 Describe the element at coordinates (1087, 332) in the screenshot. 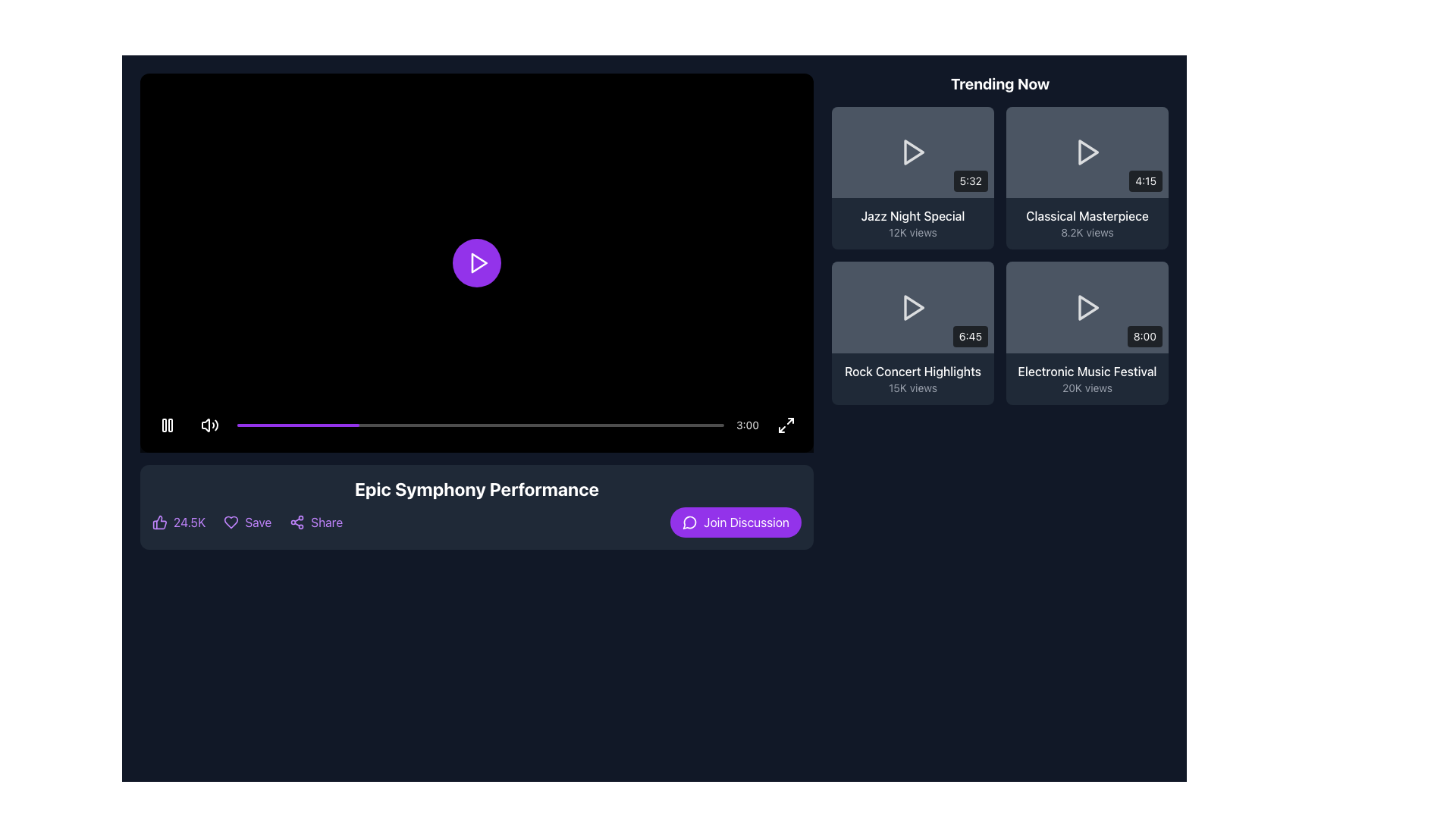

I see `the fourth interactive card` at that location.